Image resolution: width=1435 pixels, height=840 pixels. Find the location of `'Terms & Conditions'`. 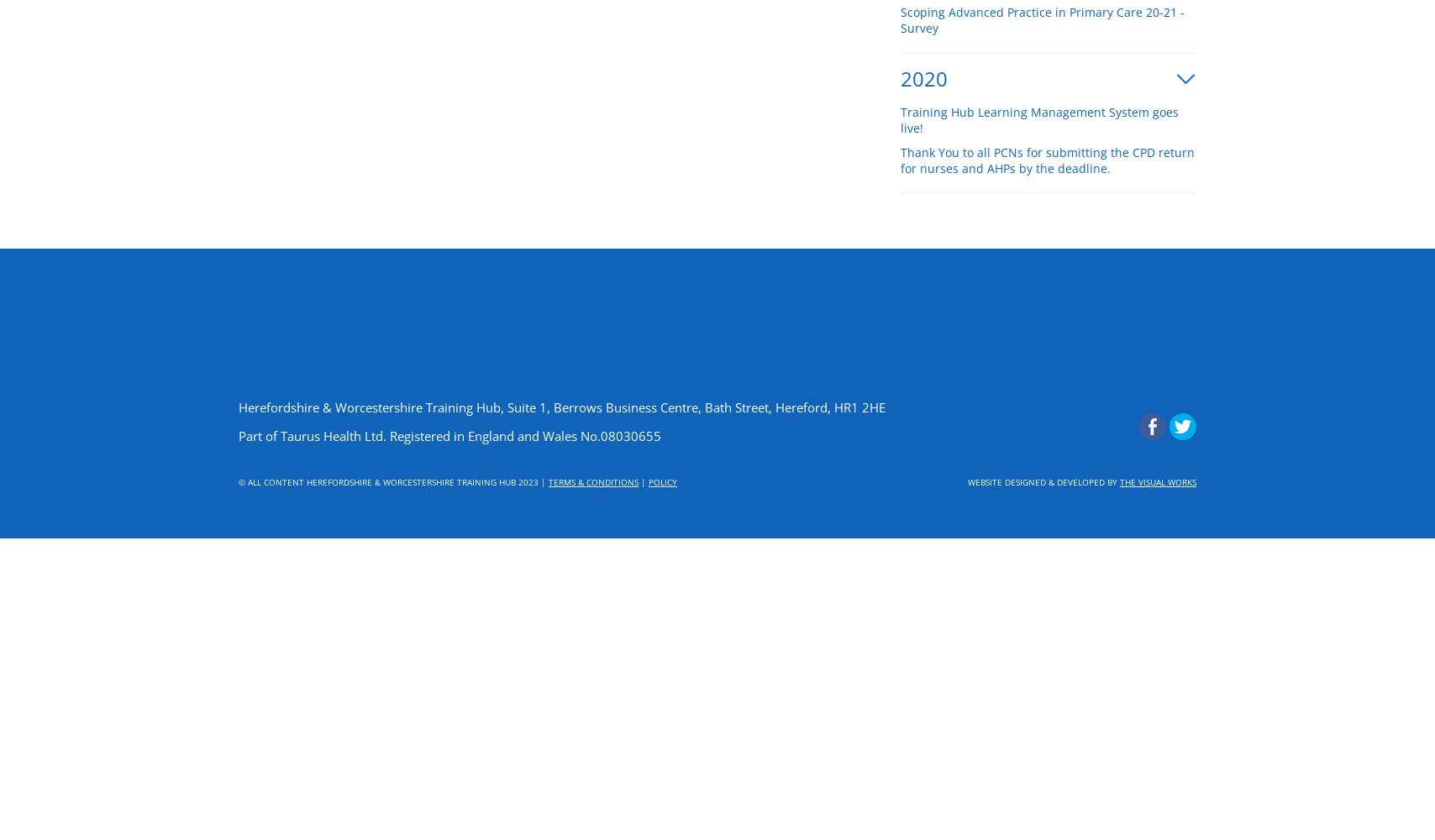

'Terms & Conditions' is located at coordinates (548, 481).